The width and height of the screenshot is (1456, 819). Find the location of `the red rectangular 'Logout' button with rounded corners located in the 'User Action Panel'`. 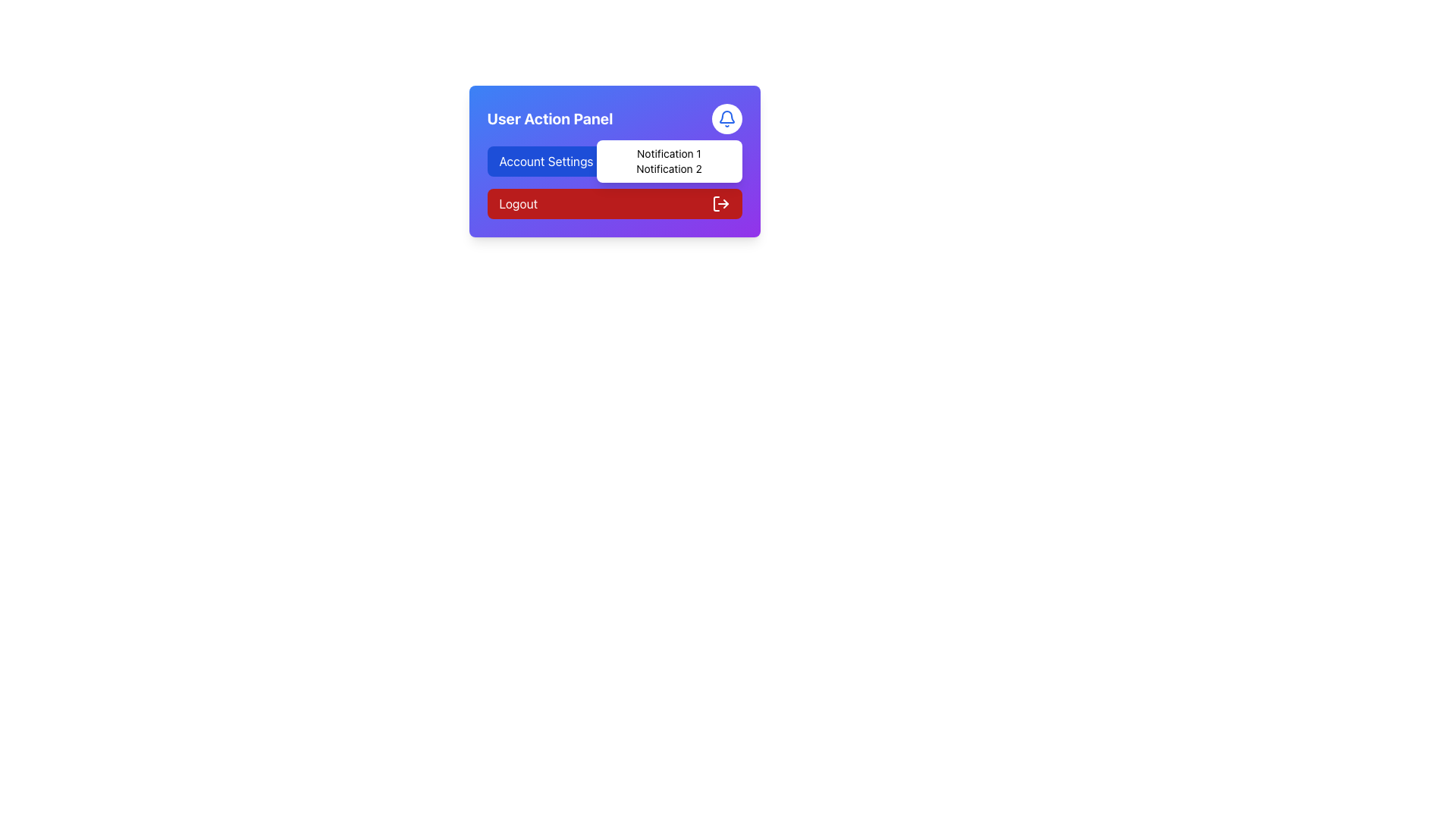

the red rectangular 'Logout' button with rounded corners located in the 'User Action Panel' is located at coordinates (614, 203).